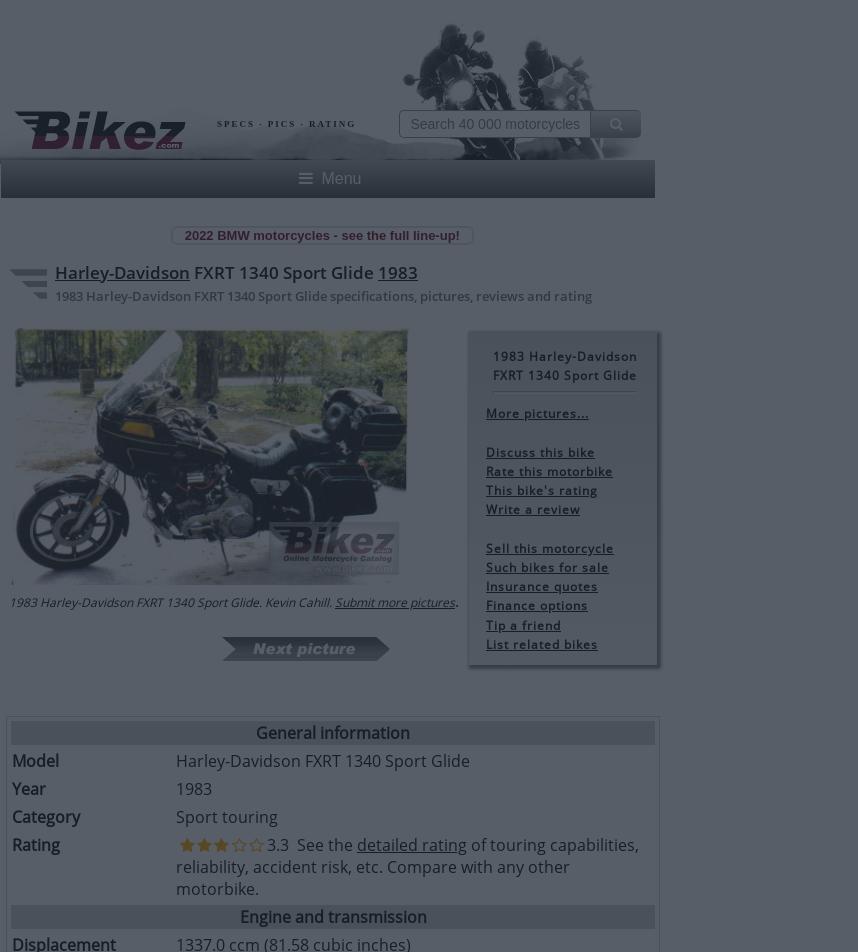  Describe the element at coordinates (262, 844) in the screenshot. I see `'3.3  See the'` at that location.